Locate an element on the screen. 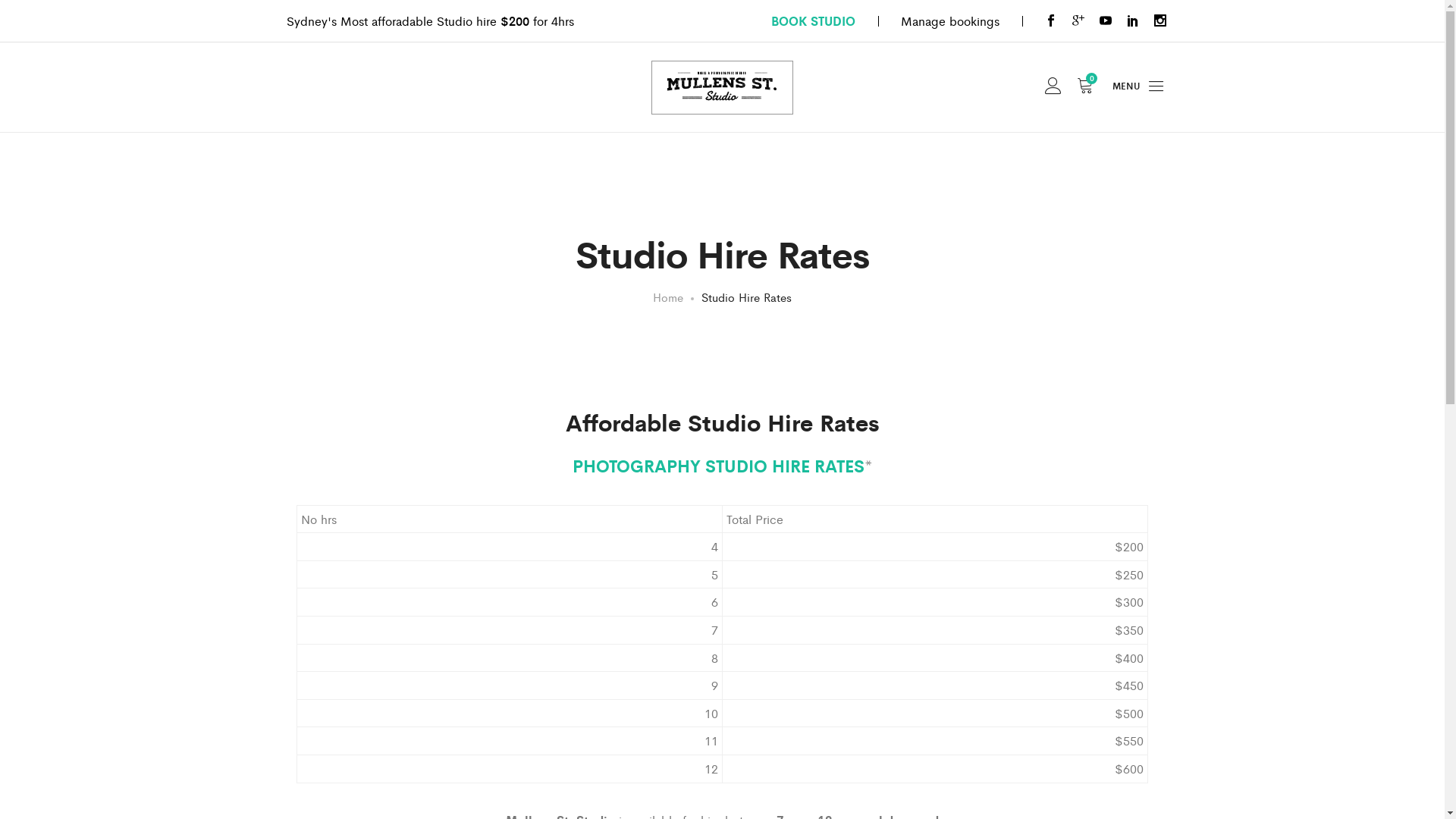 This screenshot has height=819, width=1456. '0' is located at coordinates (1076, 87).